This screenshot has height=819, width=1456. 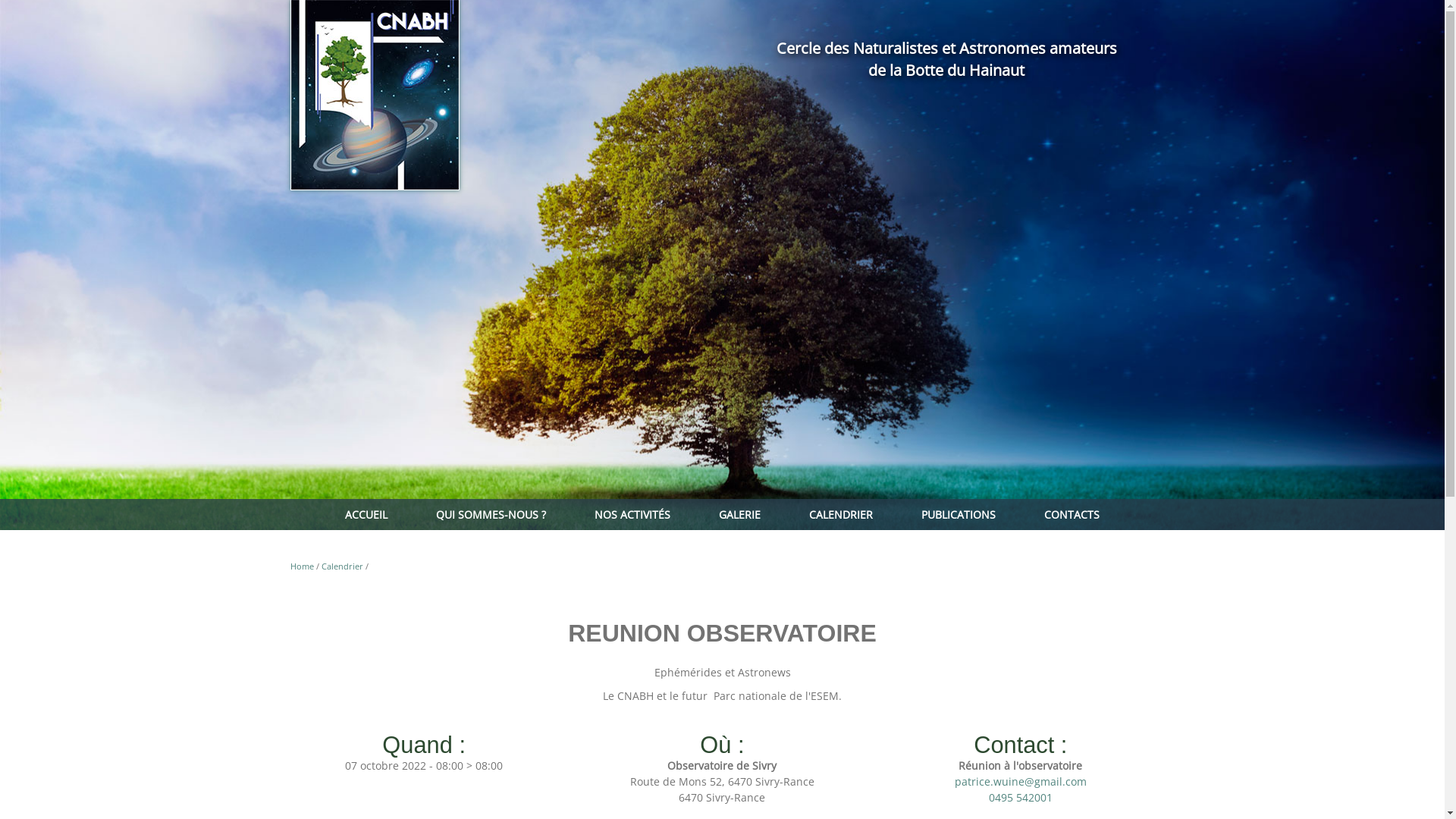 What do you see at coordinates (989, 796) in the screenshot?
I see `'0495 542001'` at bounding box center [989, 796].